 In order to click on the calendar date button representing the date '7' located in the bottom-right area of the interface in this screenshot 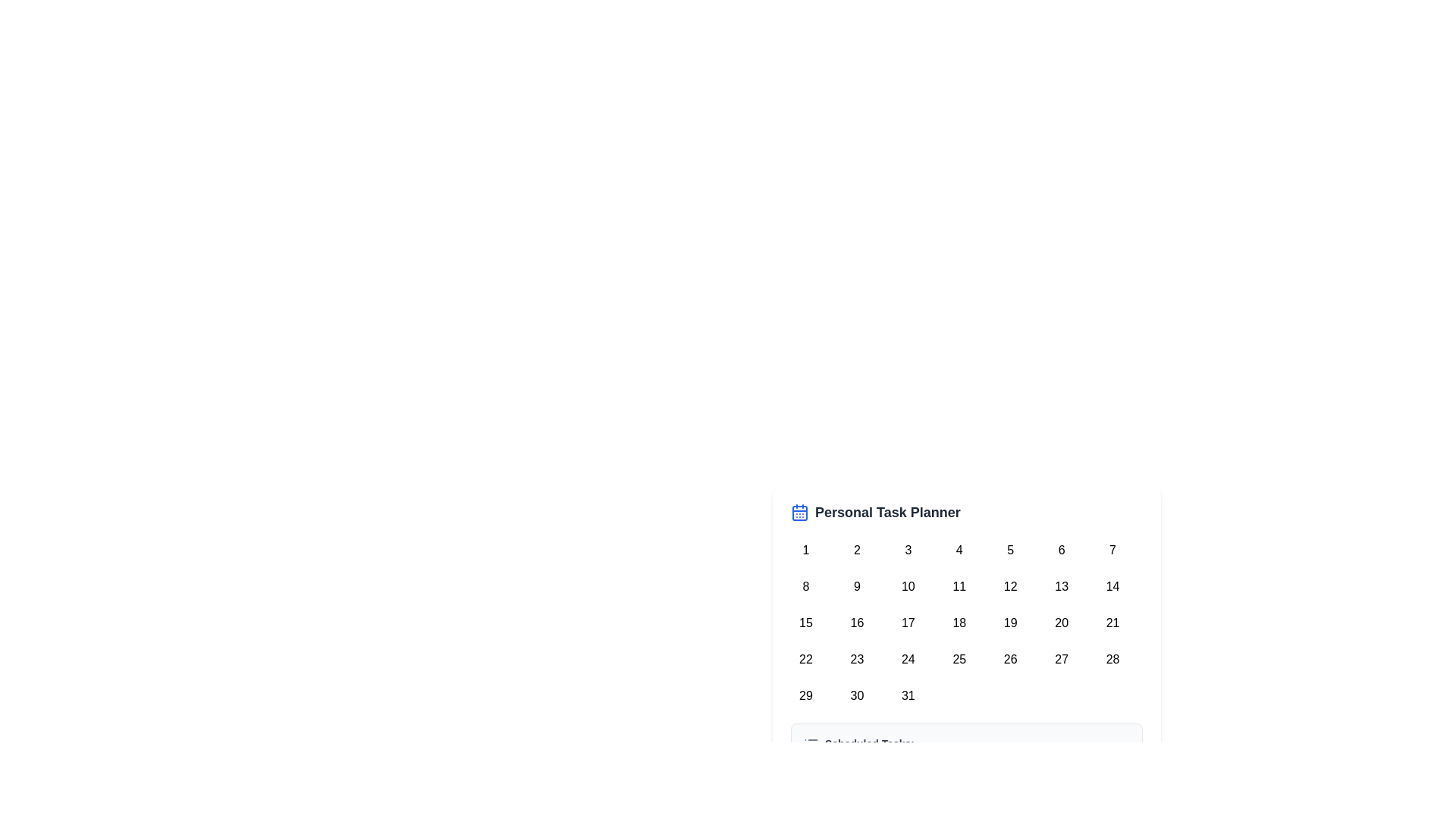, I will do `click(1112, 550)`.